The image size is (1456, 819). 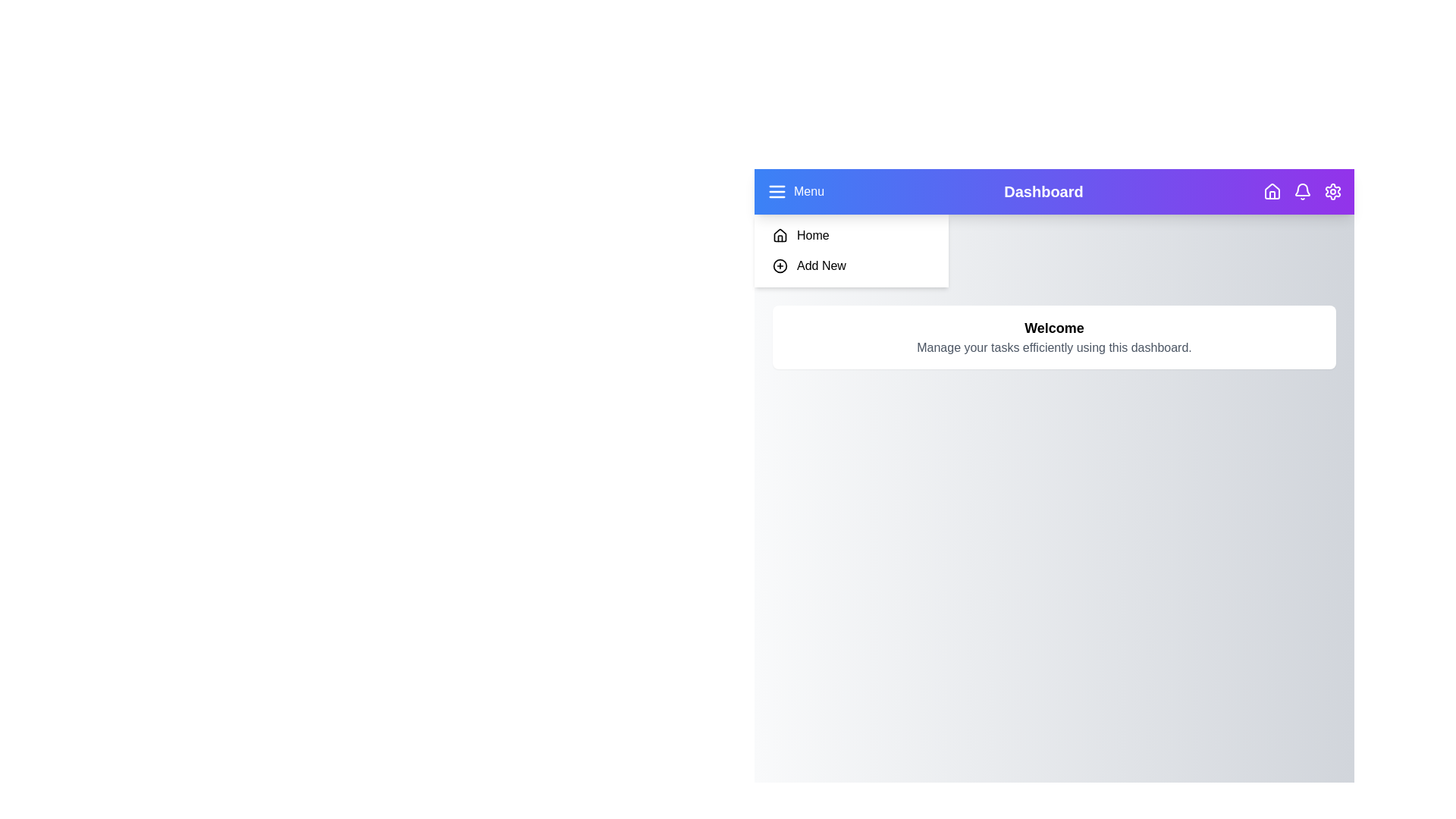 What do you see at coordinates (780, 236) in the screenshot?
I see `the 'Home' icon in the sidebar to navigate to the 'Home' section` at bounding box center [780, 236].